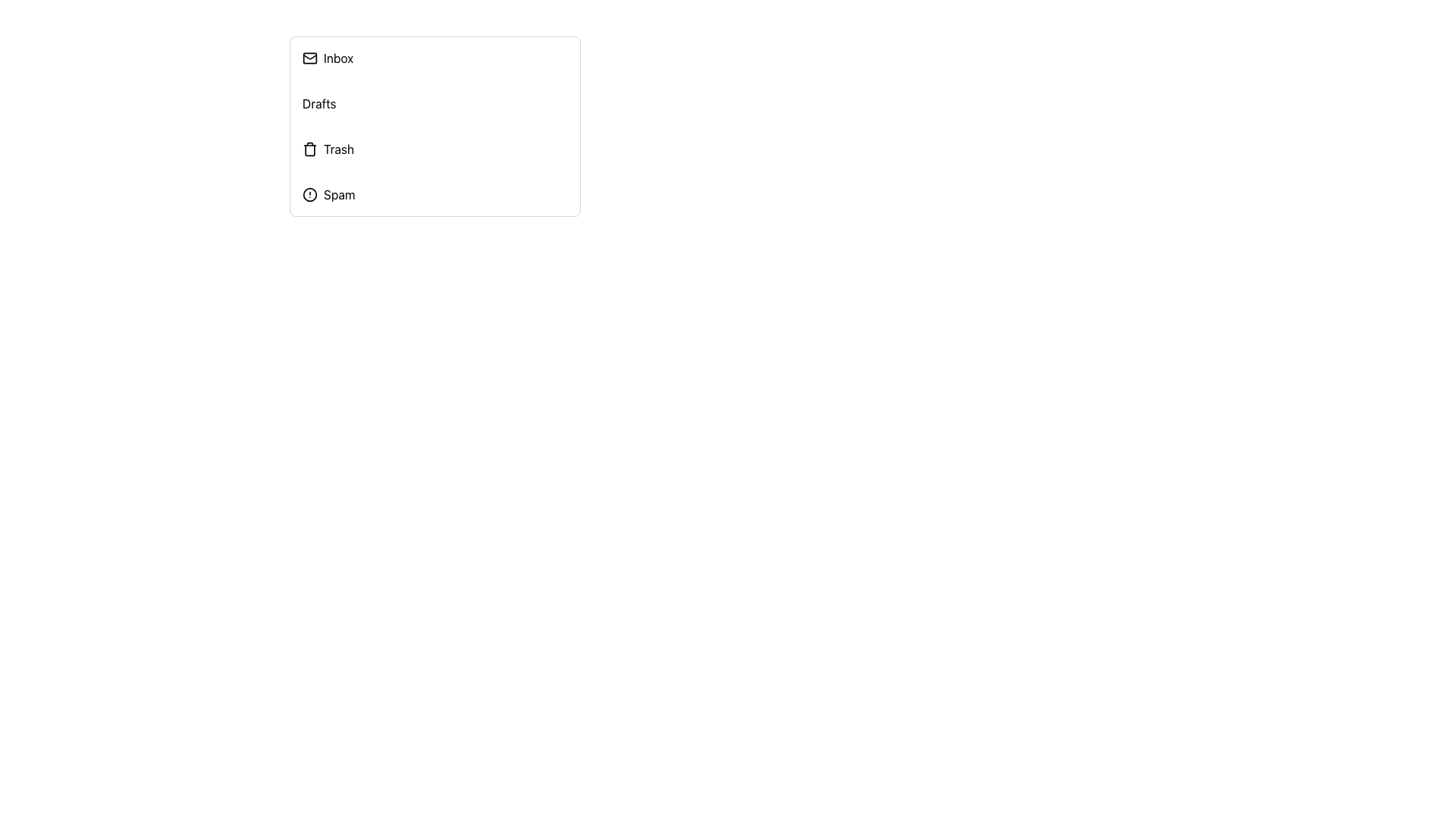 The image size is (1456, 819). Describe the element at coordinates (337, 149) in the screenshot. I see `the 'Trash' text label, which is styled as a clickable label in a vertical list of navigation options` at that location.